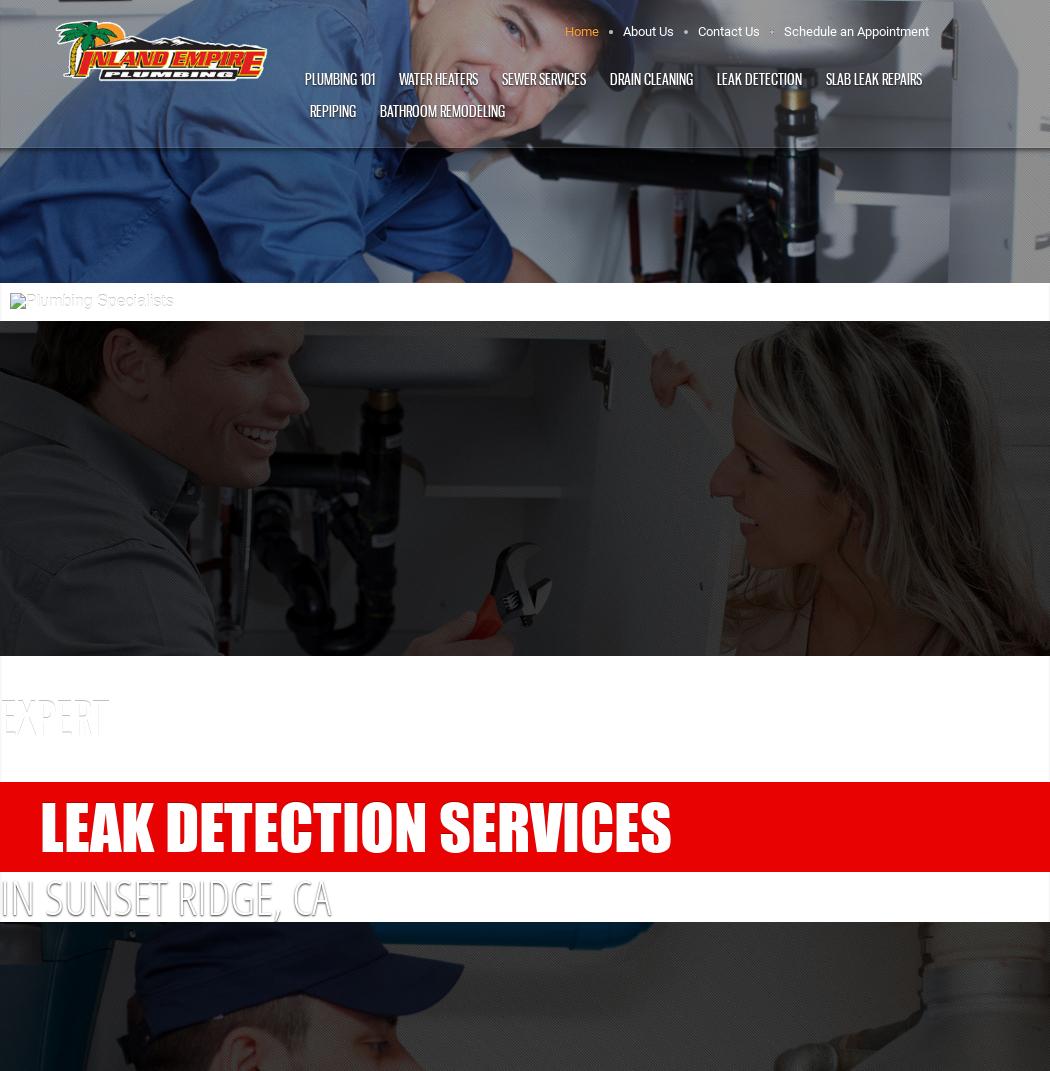  I want to click on 'Repiping', so click(332, 110).